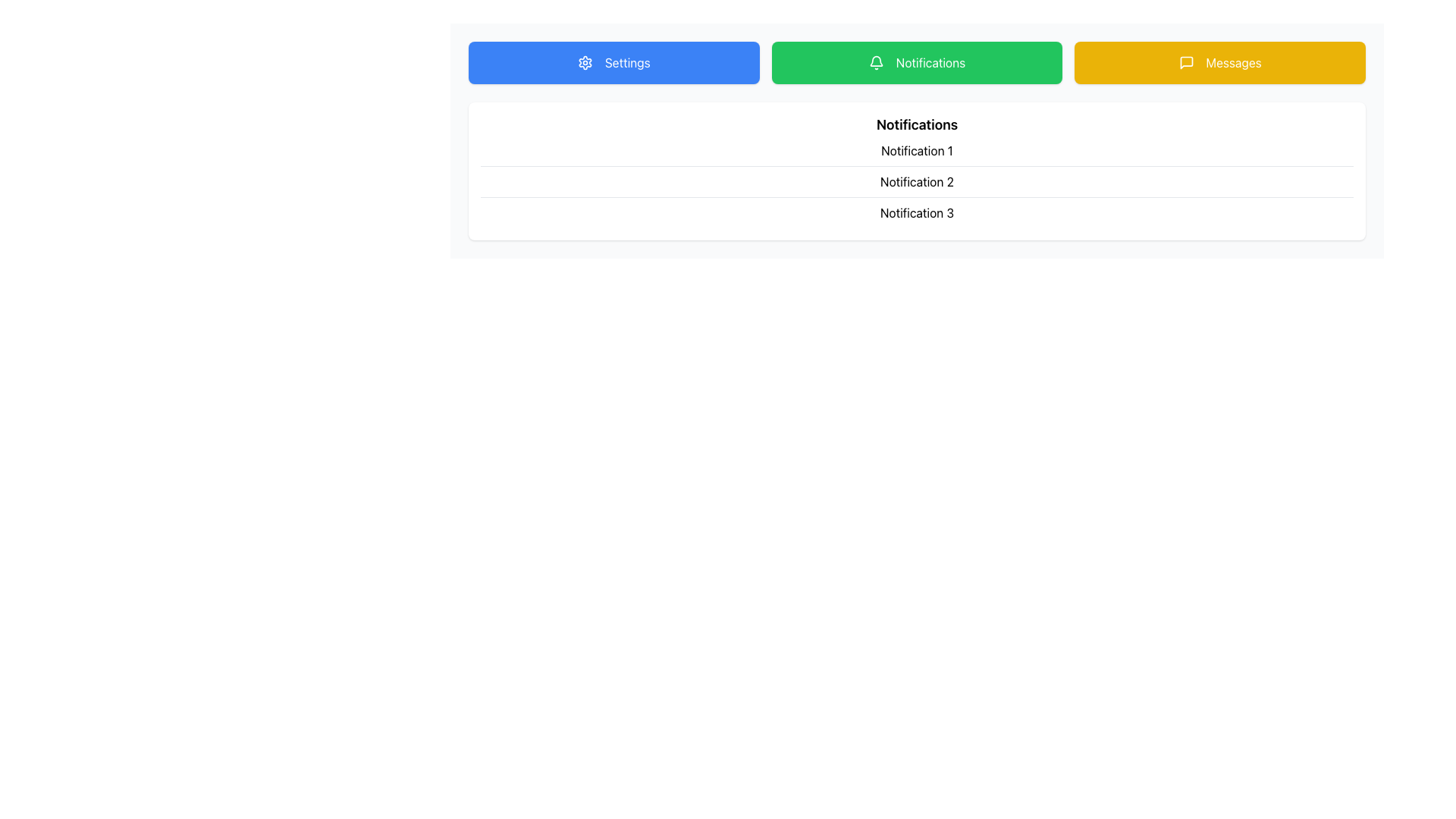 This screenshot has height=819, width=1456. What do you see at coordinates (1220, 62) in the screenshot?
I see `the 'Messages' button, which is a rectangular button with a yellow background and white text, located to the right of the green 'Notifications' button at the top of the page` at bounding box center [1220, 62].